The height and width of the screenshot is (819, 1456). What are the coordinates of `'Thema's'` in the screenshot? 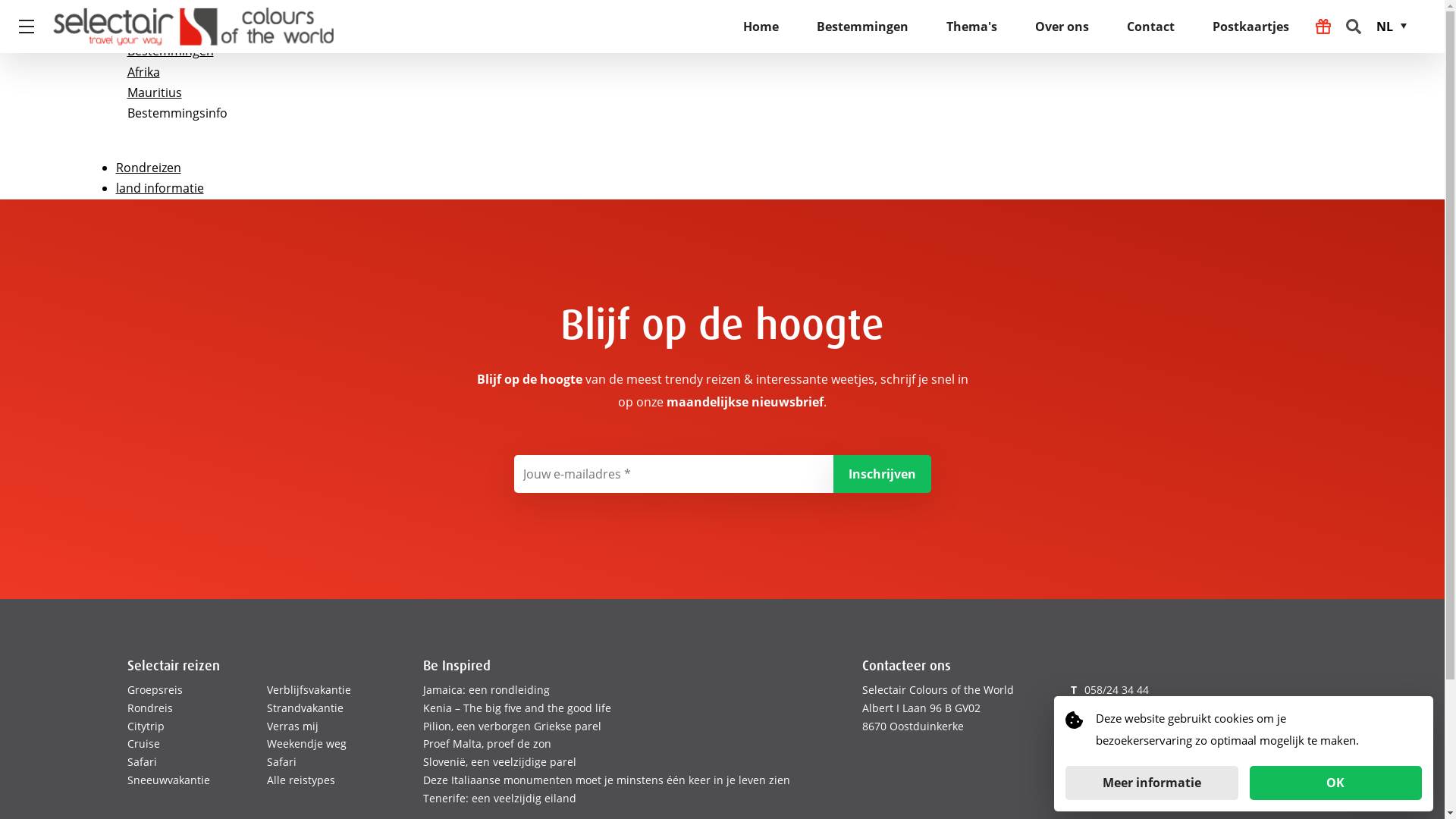 It's located at (971, 26).